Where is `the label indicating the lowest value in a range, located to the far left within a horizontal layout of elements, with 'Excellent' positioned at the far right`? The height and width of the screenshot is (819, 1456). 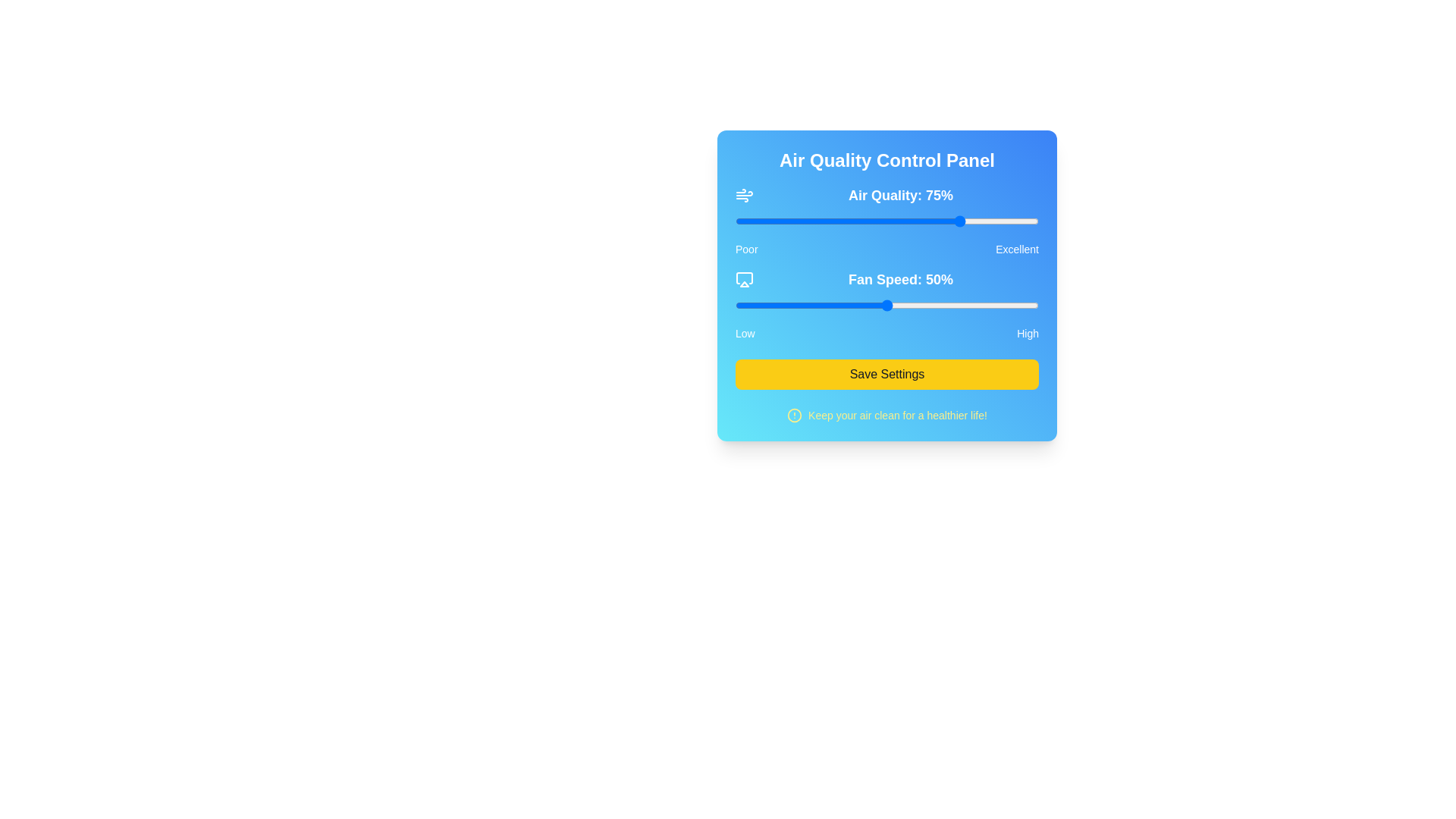 the label indicating the lowest value in a range, located to the far left within a horizontal layout of elements, with 'Excellent' positioned at the far right is located at coordinates (746, 248).